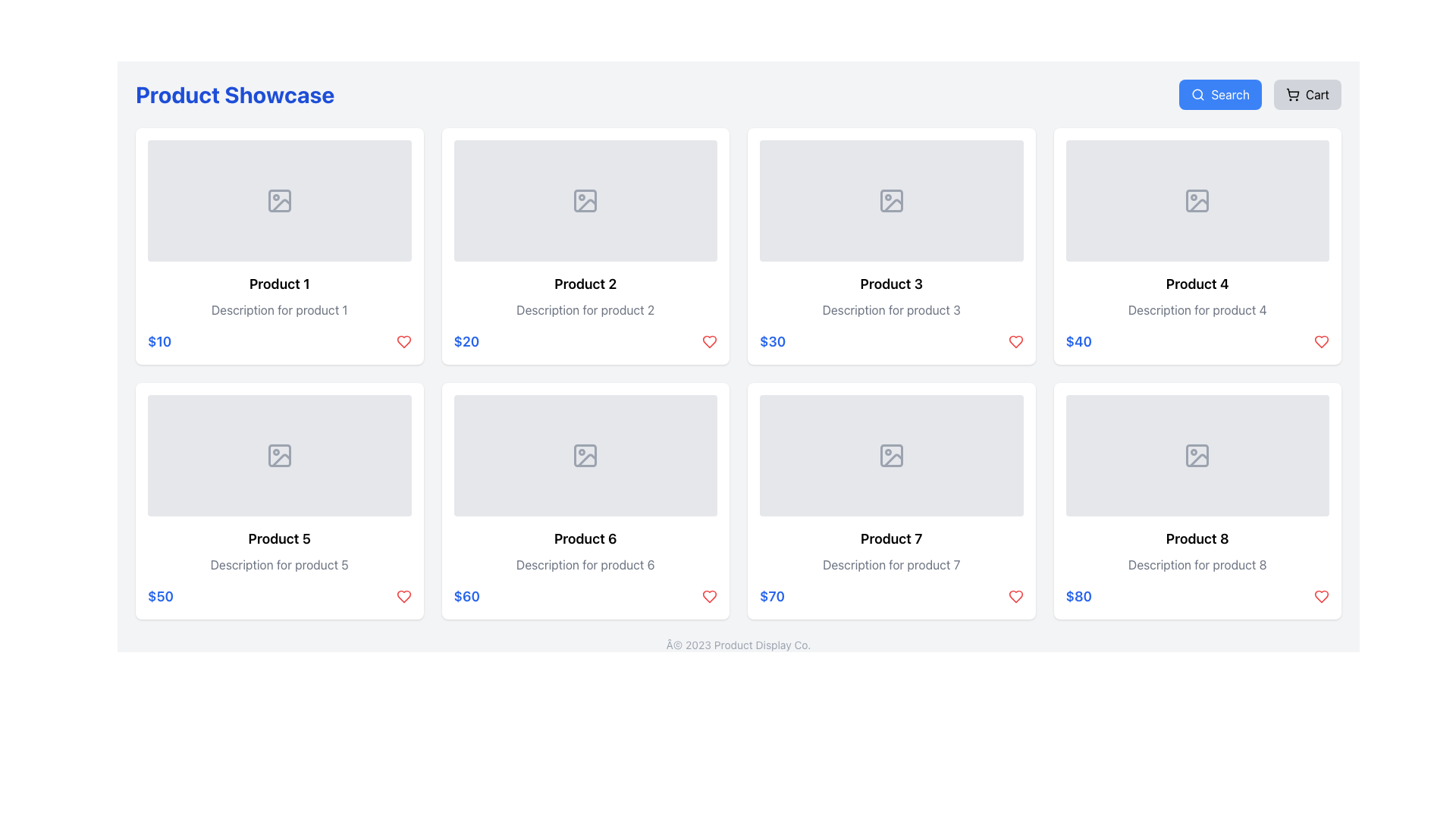  What do you see at coordinates (1015, 595) in the screenshot?
I see `the button to express interest in or save 'Product 7', located to the right of the price label '$70' at the bottom-right corner of the product card` at bounding box center [1015, 595].